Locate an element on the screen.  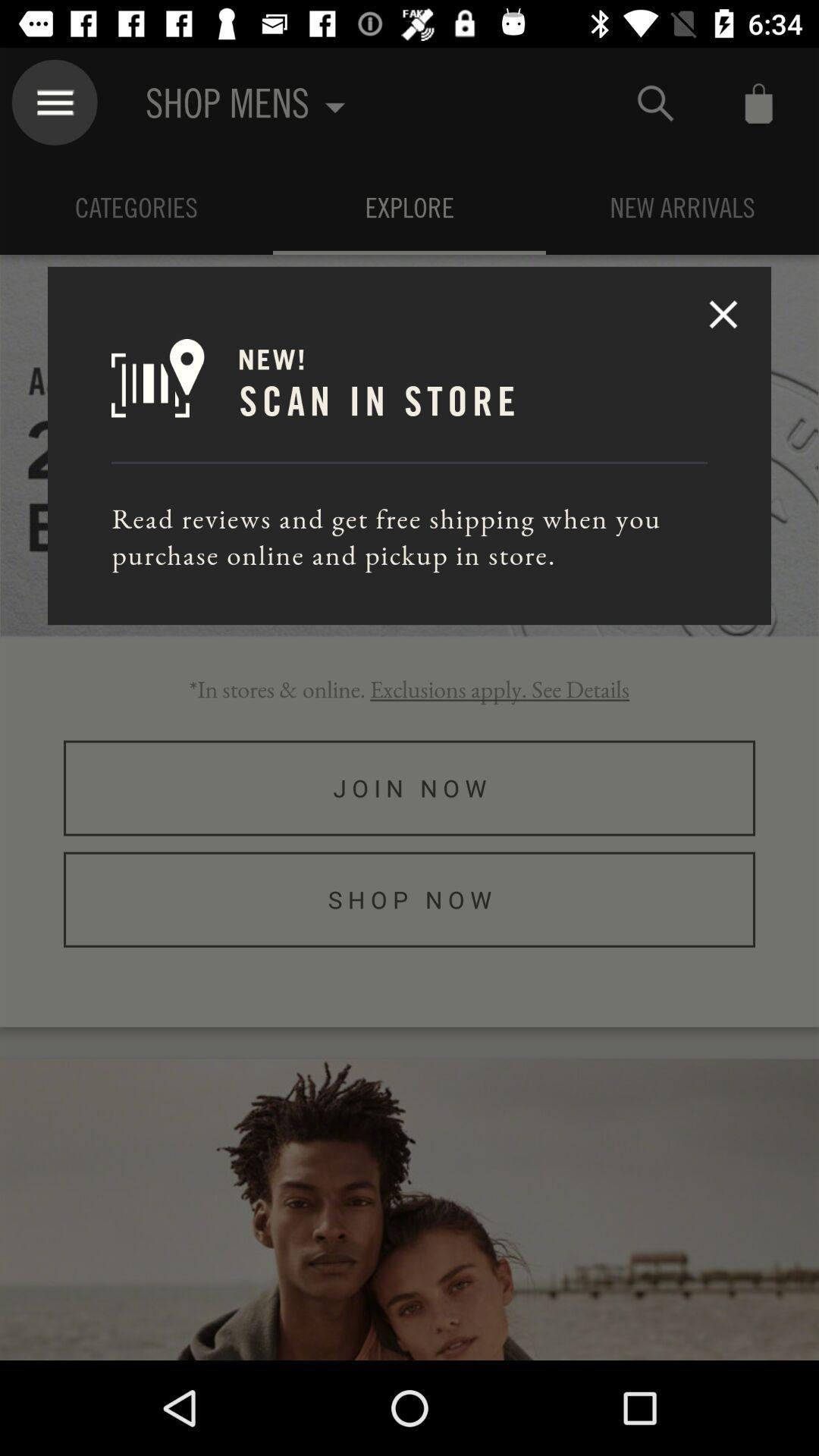
the close icon is located at coordinates (722, 313).